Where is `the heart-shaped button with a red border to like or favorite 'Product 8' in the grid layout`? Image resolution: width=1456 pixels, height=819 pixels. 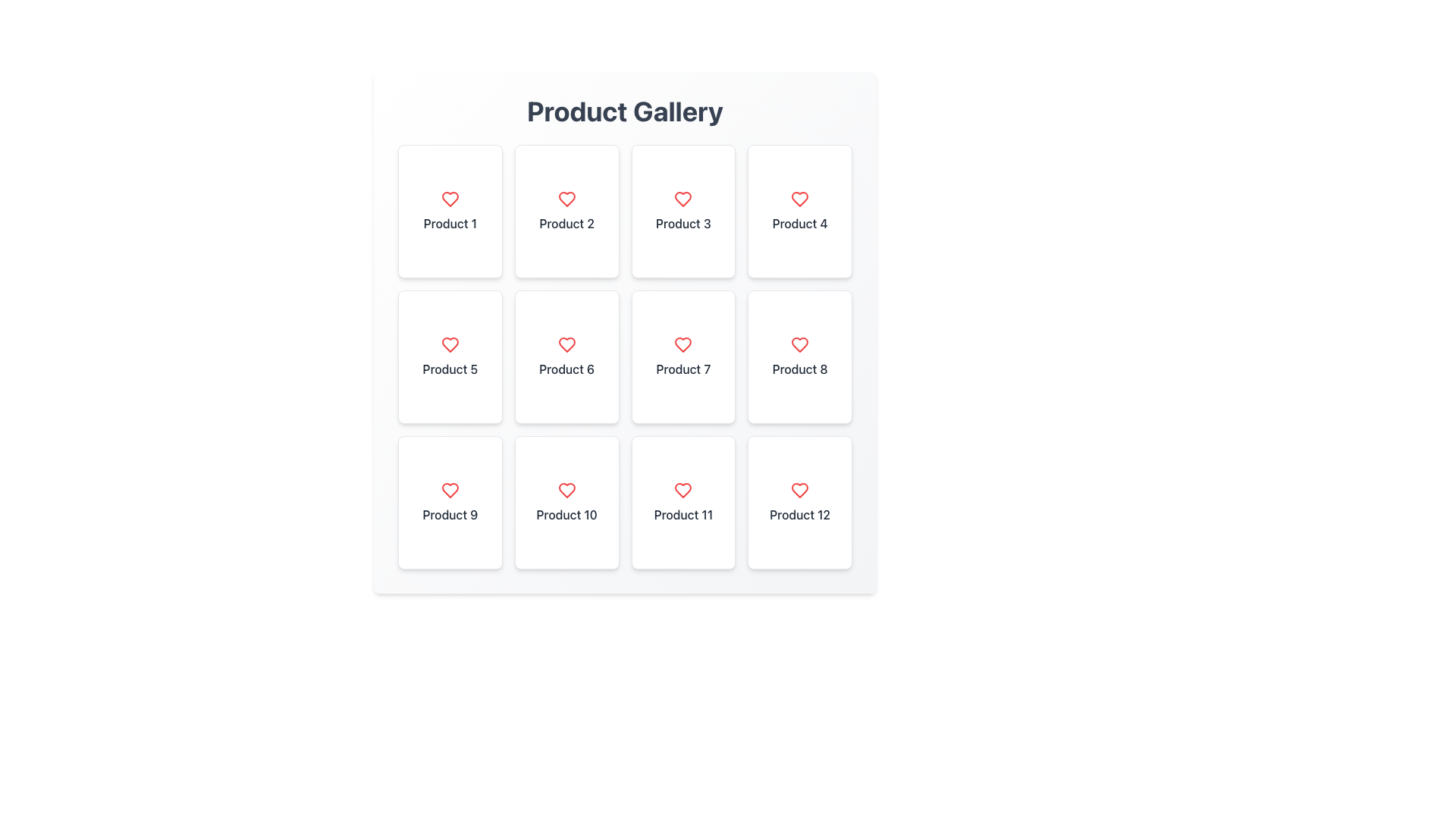
the heart-shaped button with a red border to like or favorite 'Product 8' in the grid layout is located at coordinates (799, 345).